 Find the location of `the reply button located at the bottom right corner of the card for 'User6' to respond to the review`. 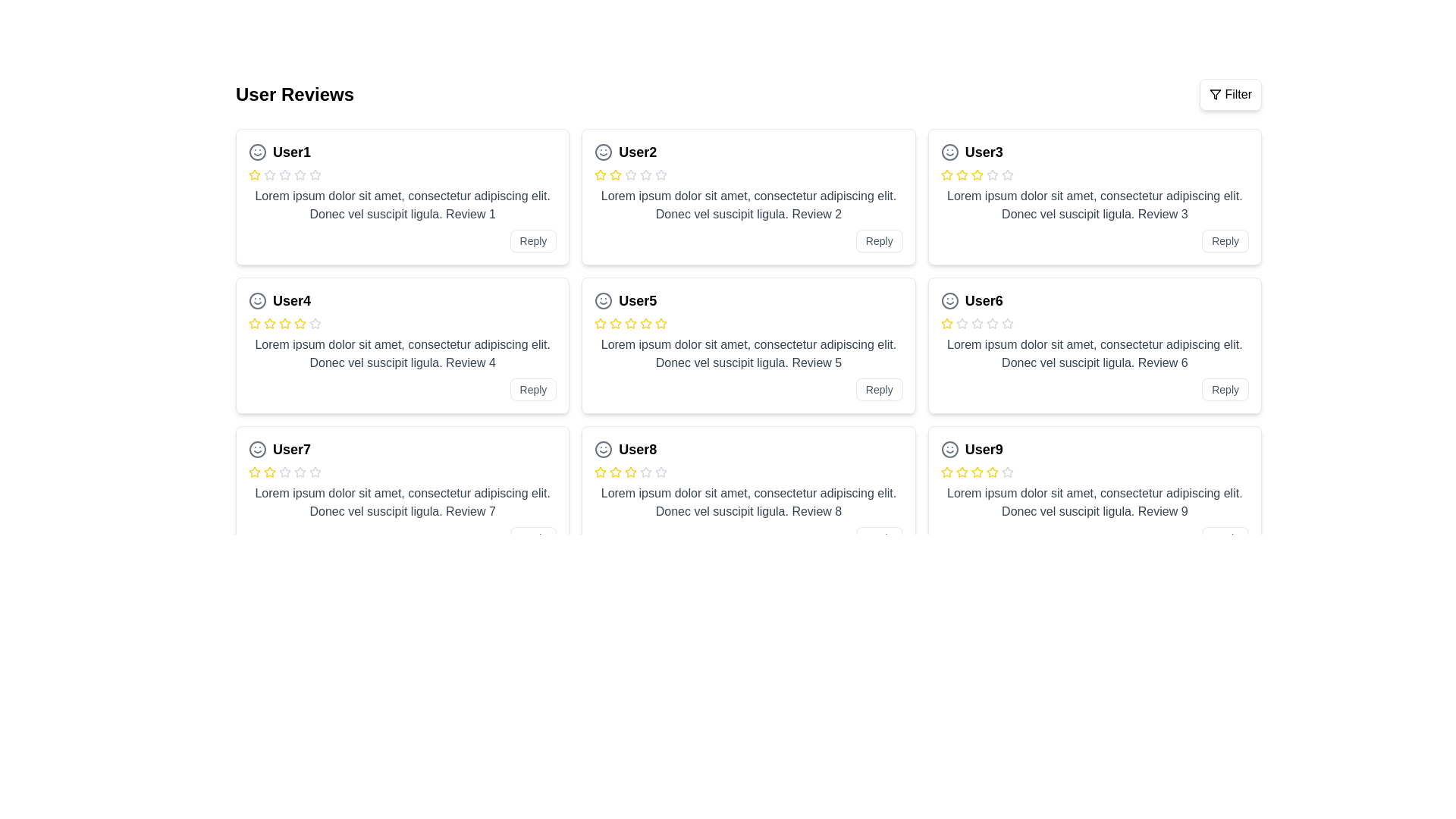

the reply button located at the bottom right corner of the card for 'User6' to respond to the review is located at coordinates (1225, 388).